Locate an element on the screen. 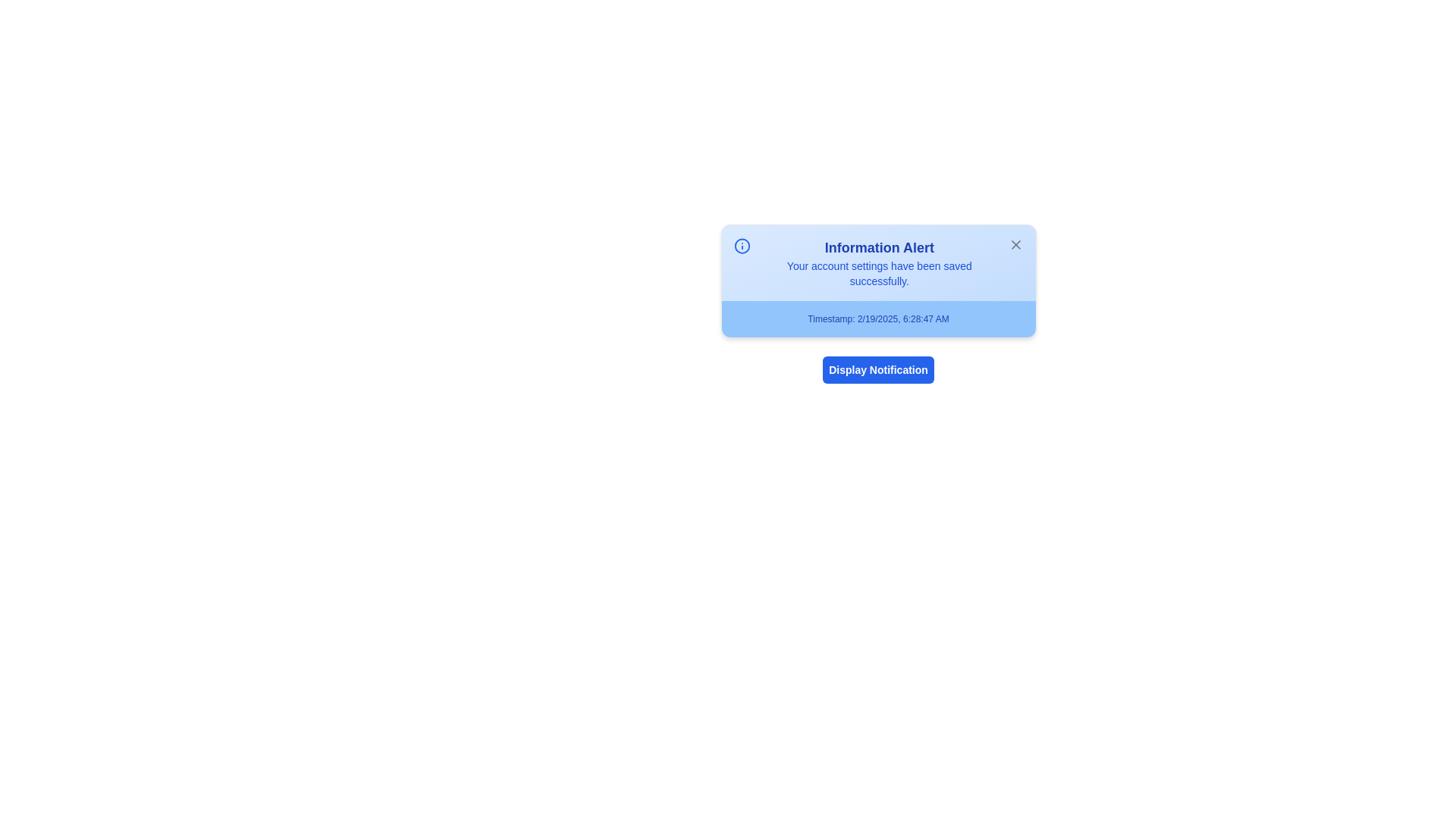 The image size is (1456, 819). the 'Display Notification' button to show the notifier is located at coordinates (878, 370).